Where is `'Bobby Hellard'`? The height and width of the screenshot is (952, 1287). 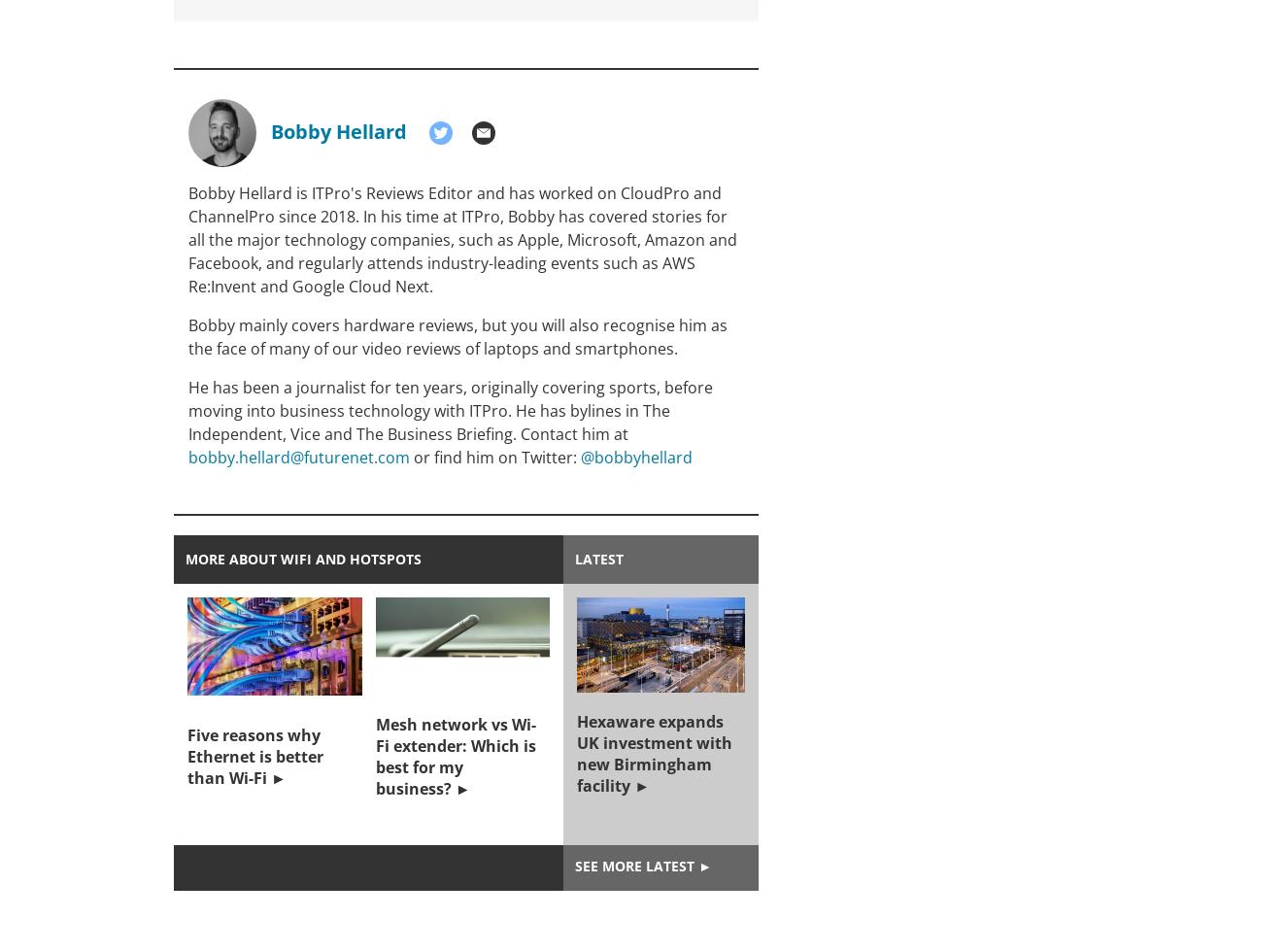
'Bobby Hellard' is located at coordinates (338, 131).